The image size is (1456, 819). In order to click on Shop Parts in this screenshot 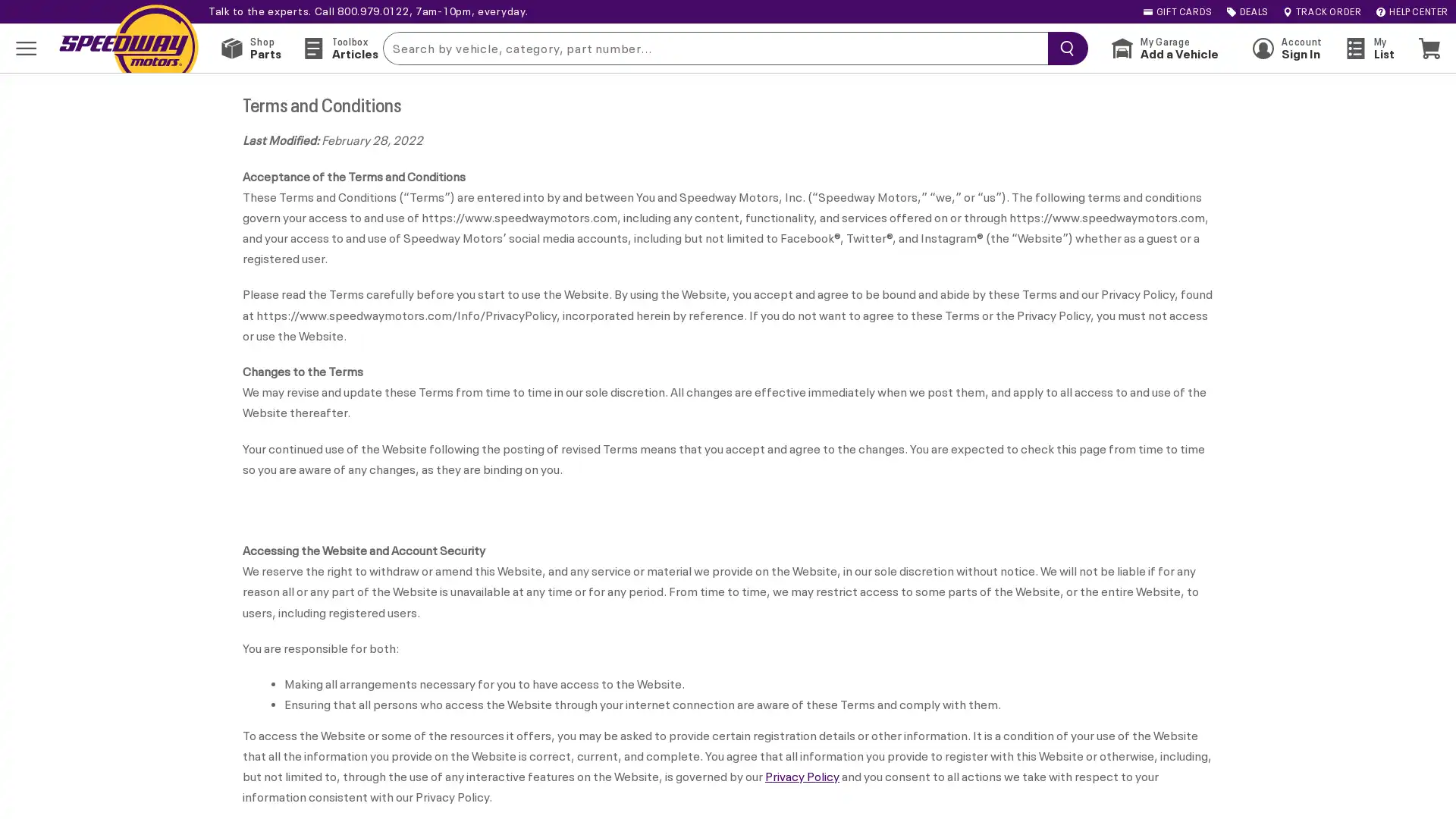, I will do `click(251, 47)`.